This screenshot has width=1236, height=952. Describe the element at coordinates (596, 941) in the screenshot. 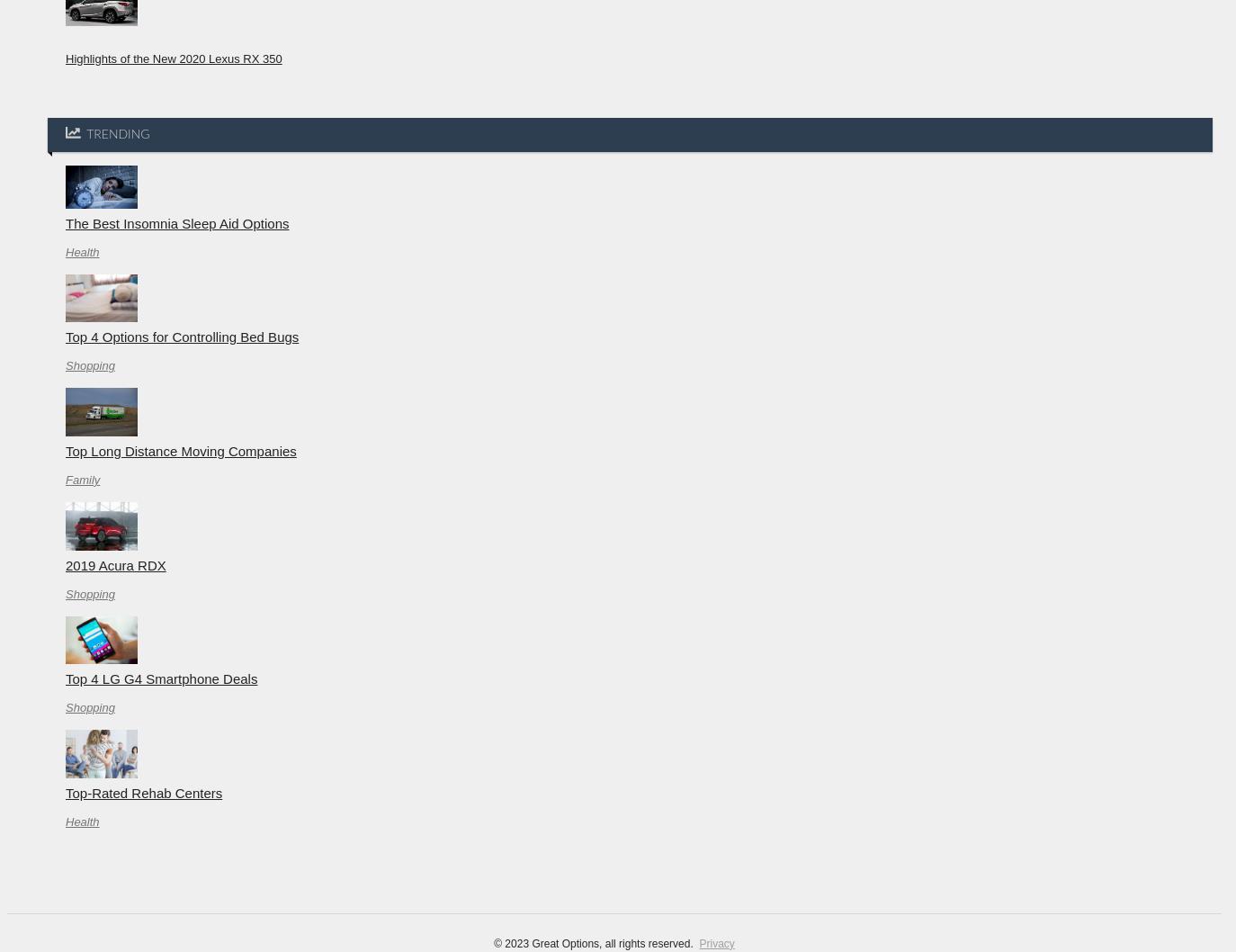

I see `'© 2023 Great Options, all rights reserved.'` at that location.